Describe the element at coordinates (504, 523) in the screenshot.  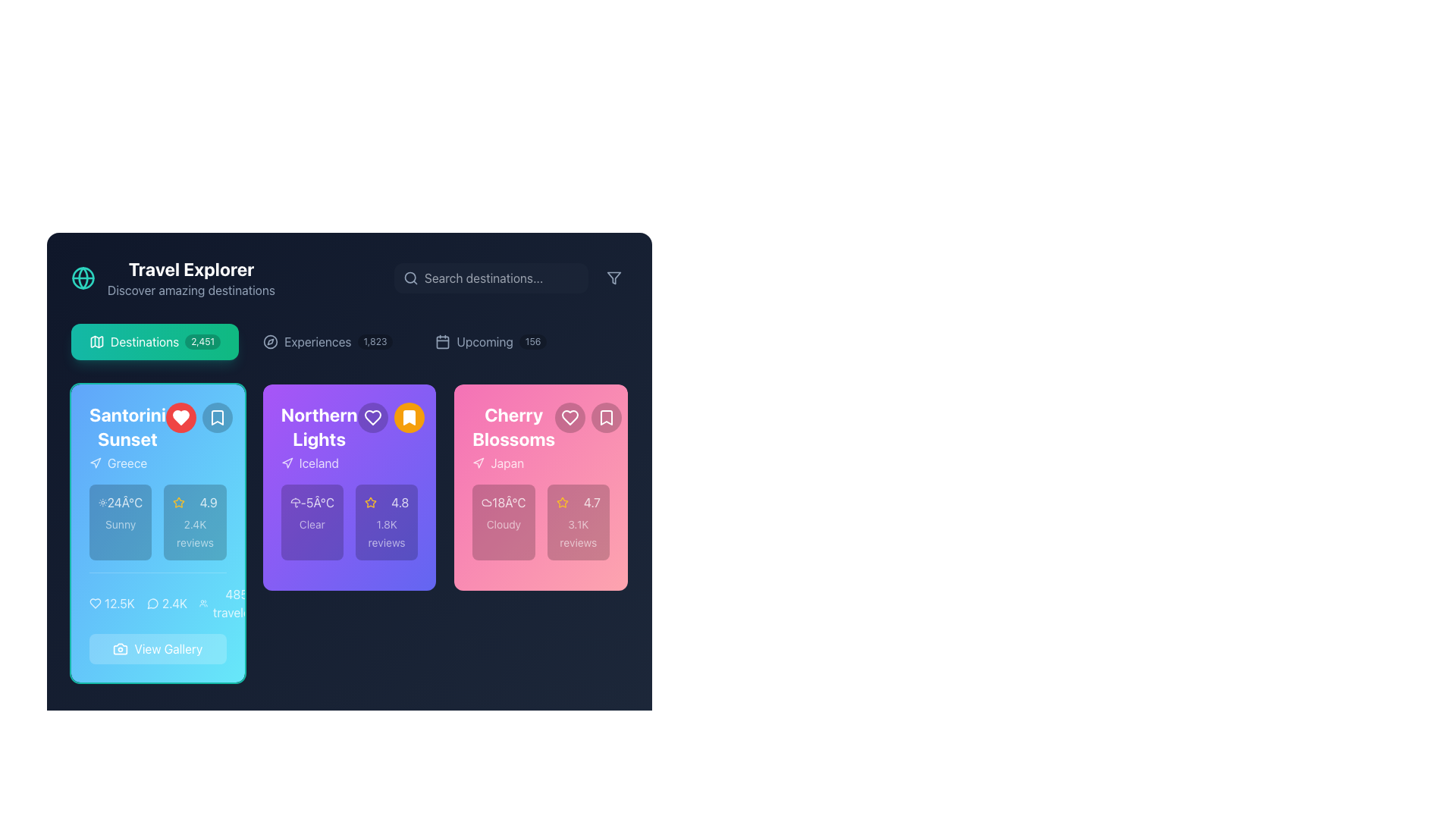
I see `the text label displaying 'Cloudy' located at the bottom-center of the pink card labeled 'Cherry Blossoms'` at that location.